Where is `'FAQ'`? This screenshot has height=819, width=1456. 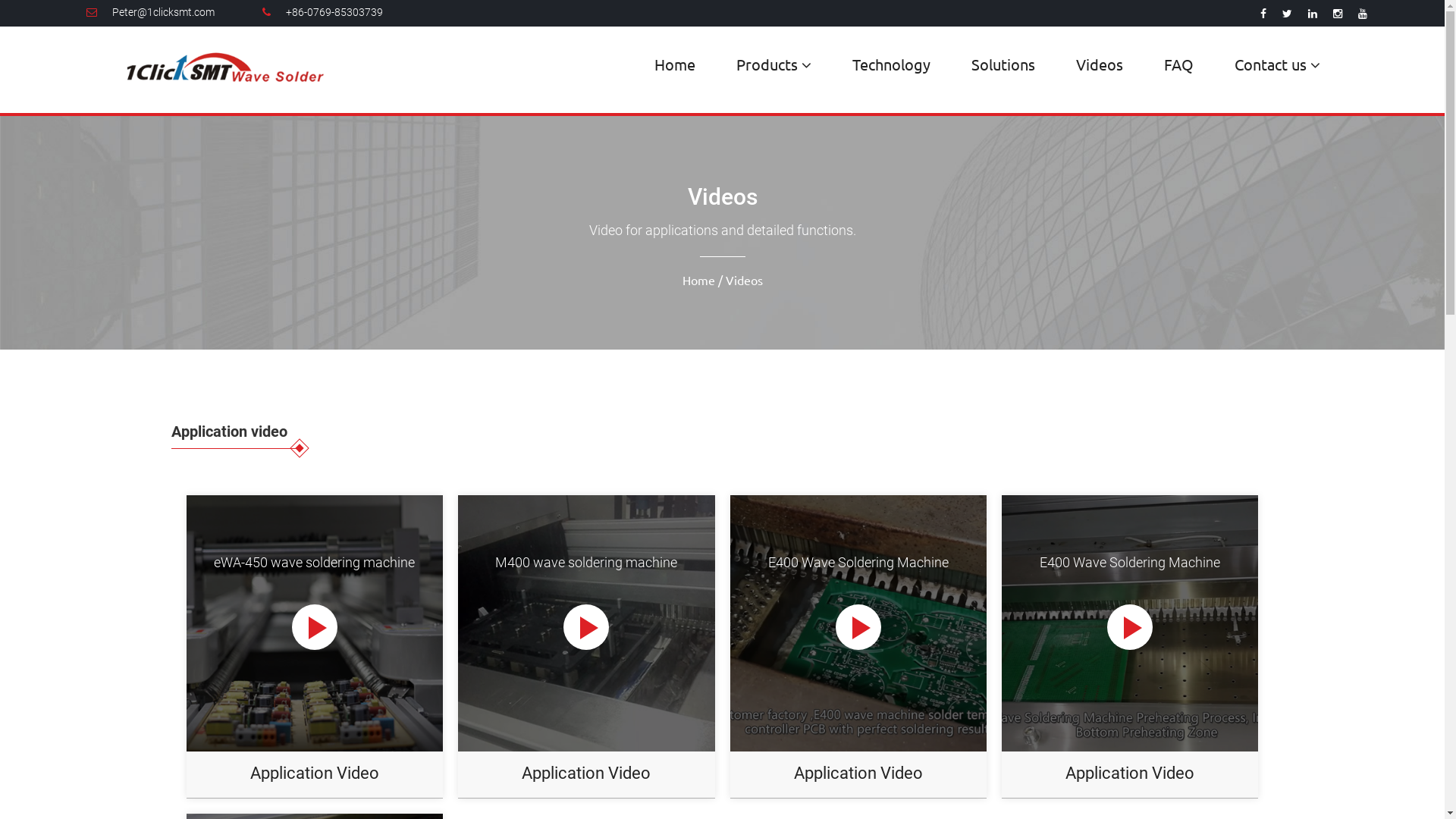 'FAQ' is located at coordinates (1153, 63).